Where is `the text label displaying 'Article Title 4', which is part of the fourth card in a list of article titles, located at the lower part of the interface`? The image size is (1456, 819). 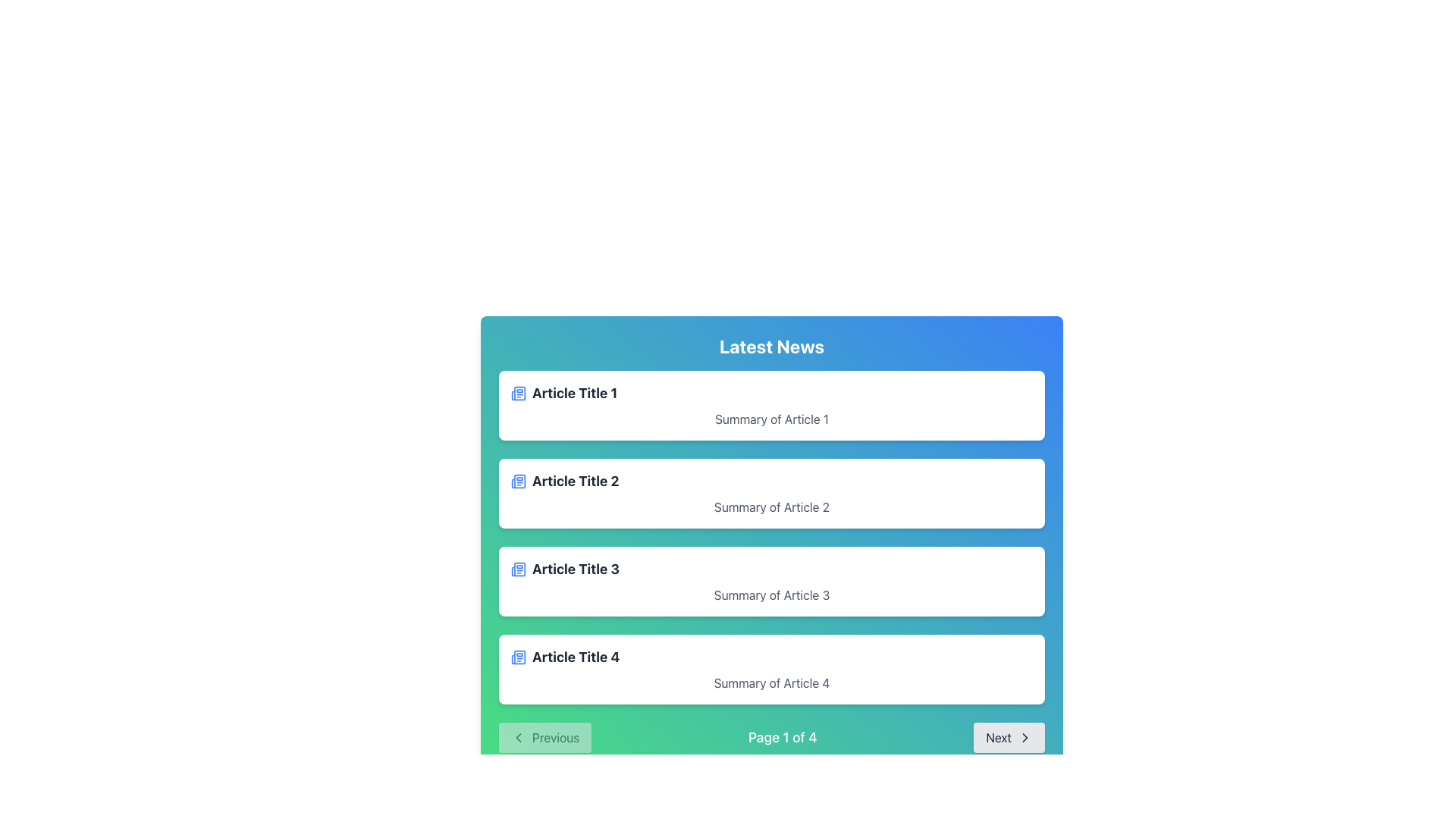 the text label displaying 'Article Title 4', which is part of the fourth card in a list of article titles, located at the lower part of the interface is located at coordinates (575, 657).